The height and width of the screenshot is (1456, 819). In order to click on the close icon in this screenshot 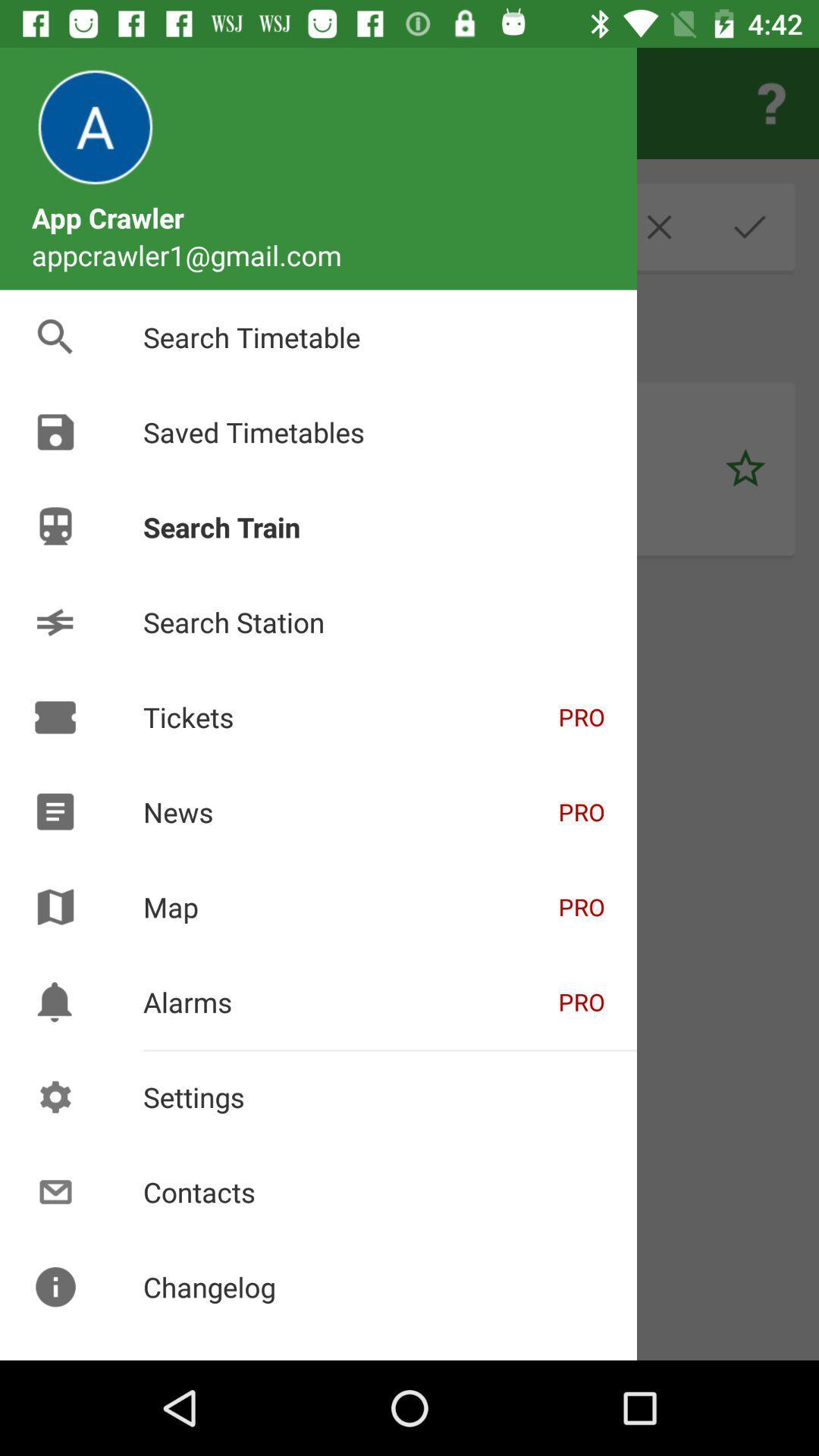, I will do `click(658, 226)`.